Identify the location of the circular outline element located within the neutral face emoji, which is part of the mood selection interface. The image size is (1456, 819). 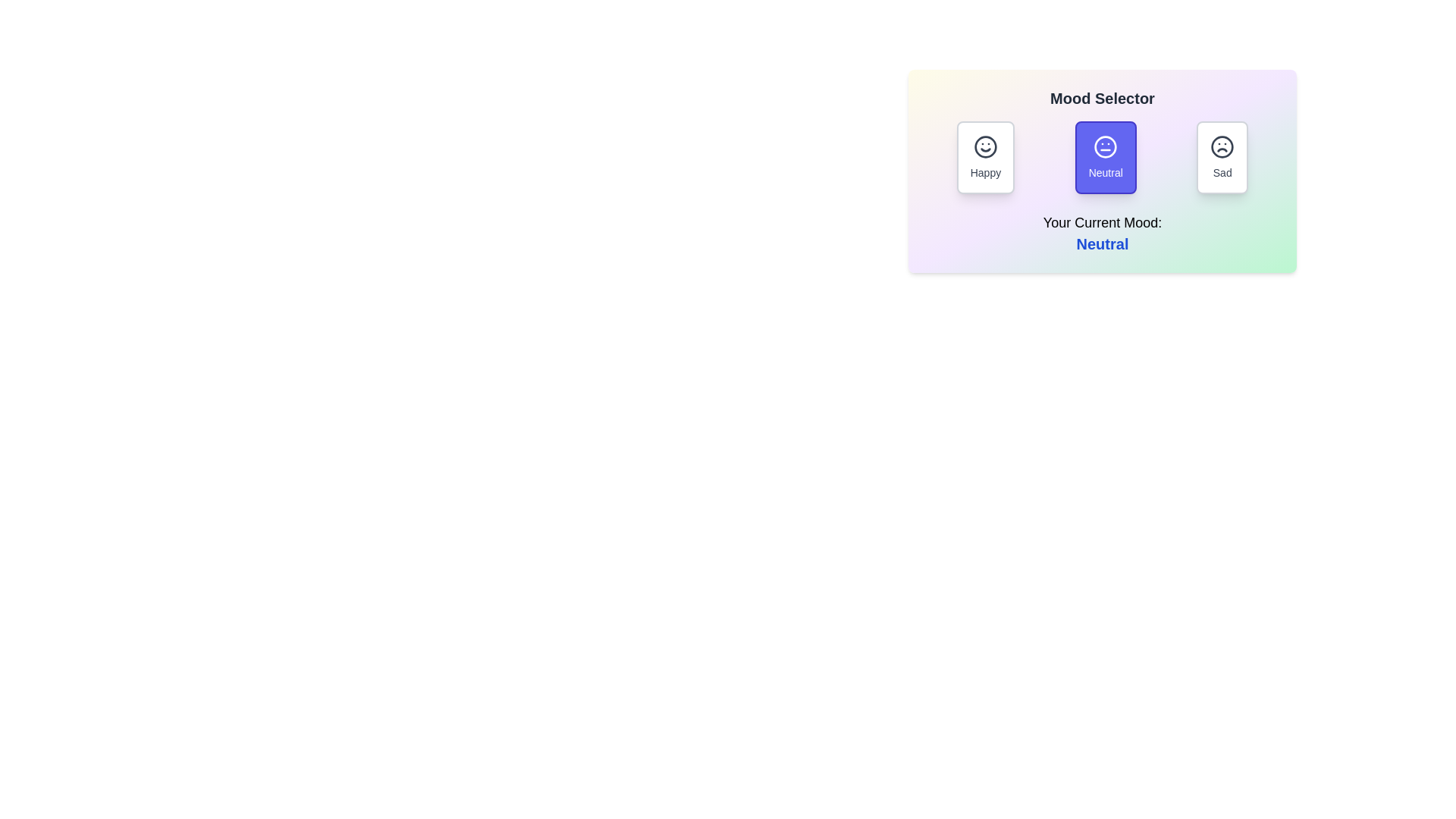
(1106, 146).